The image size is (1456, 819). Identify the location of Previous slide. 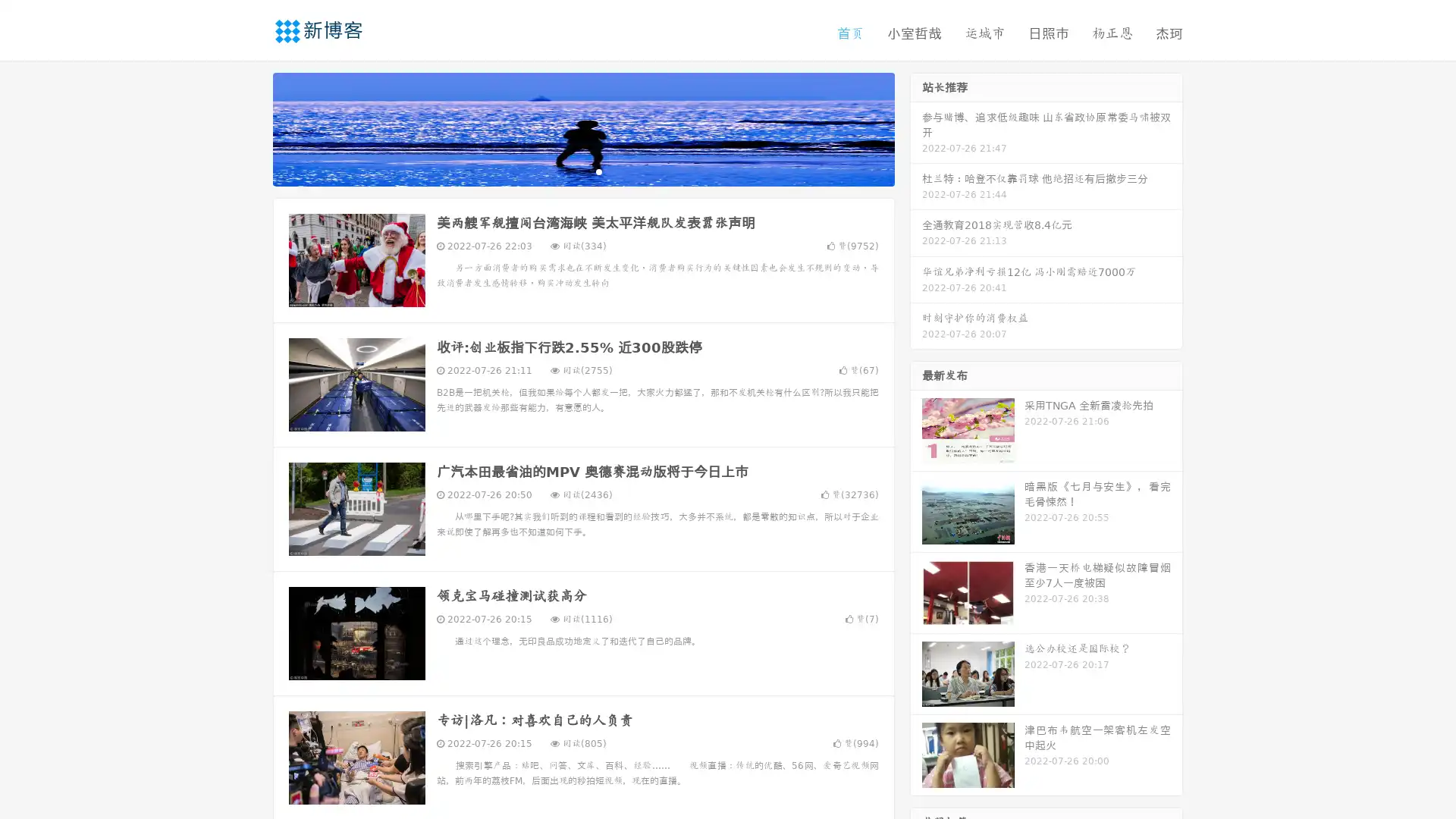
(250, 127).